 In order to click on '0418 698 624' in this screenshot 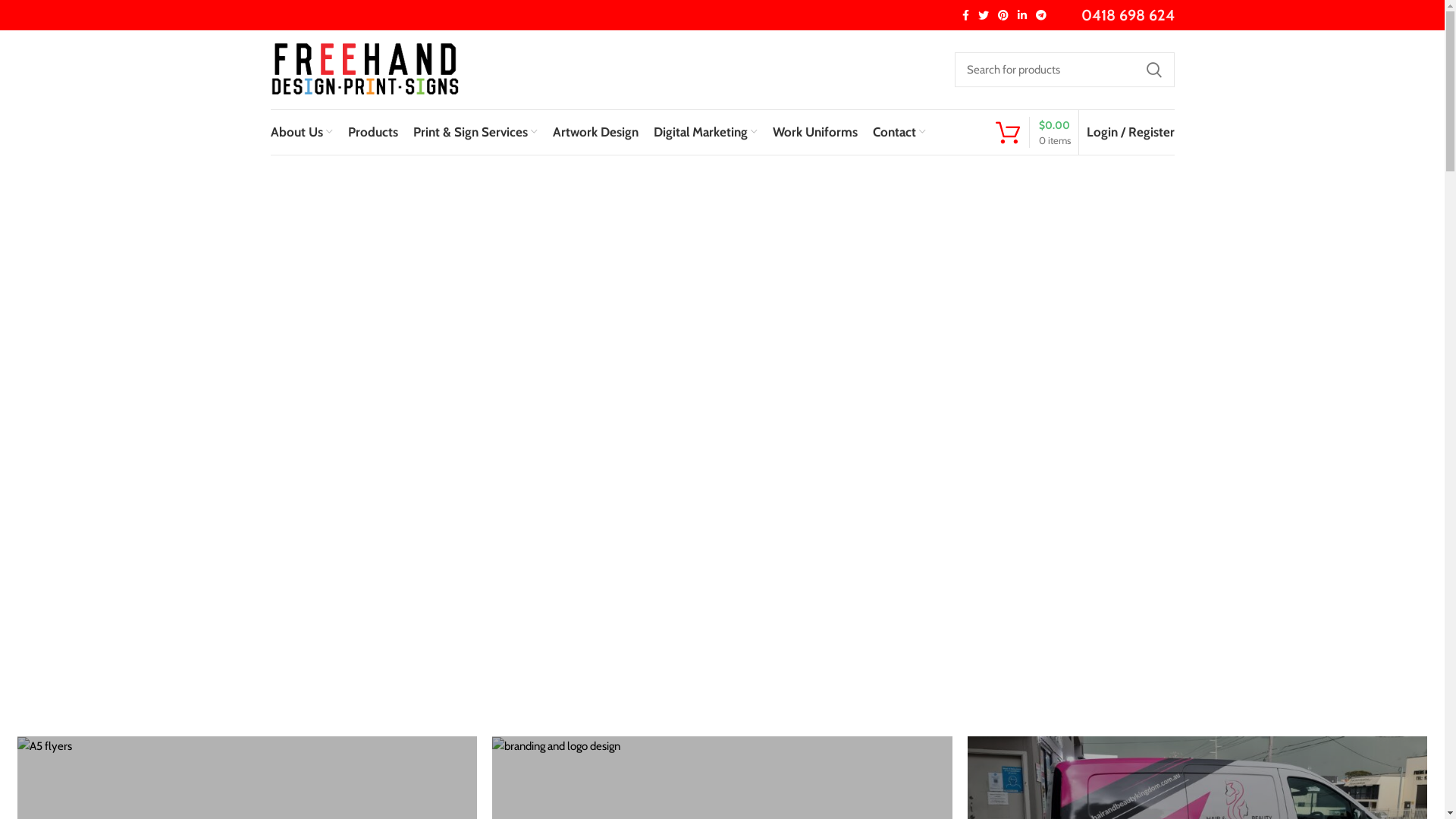, I will do `click(1128, 14)`.